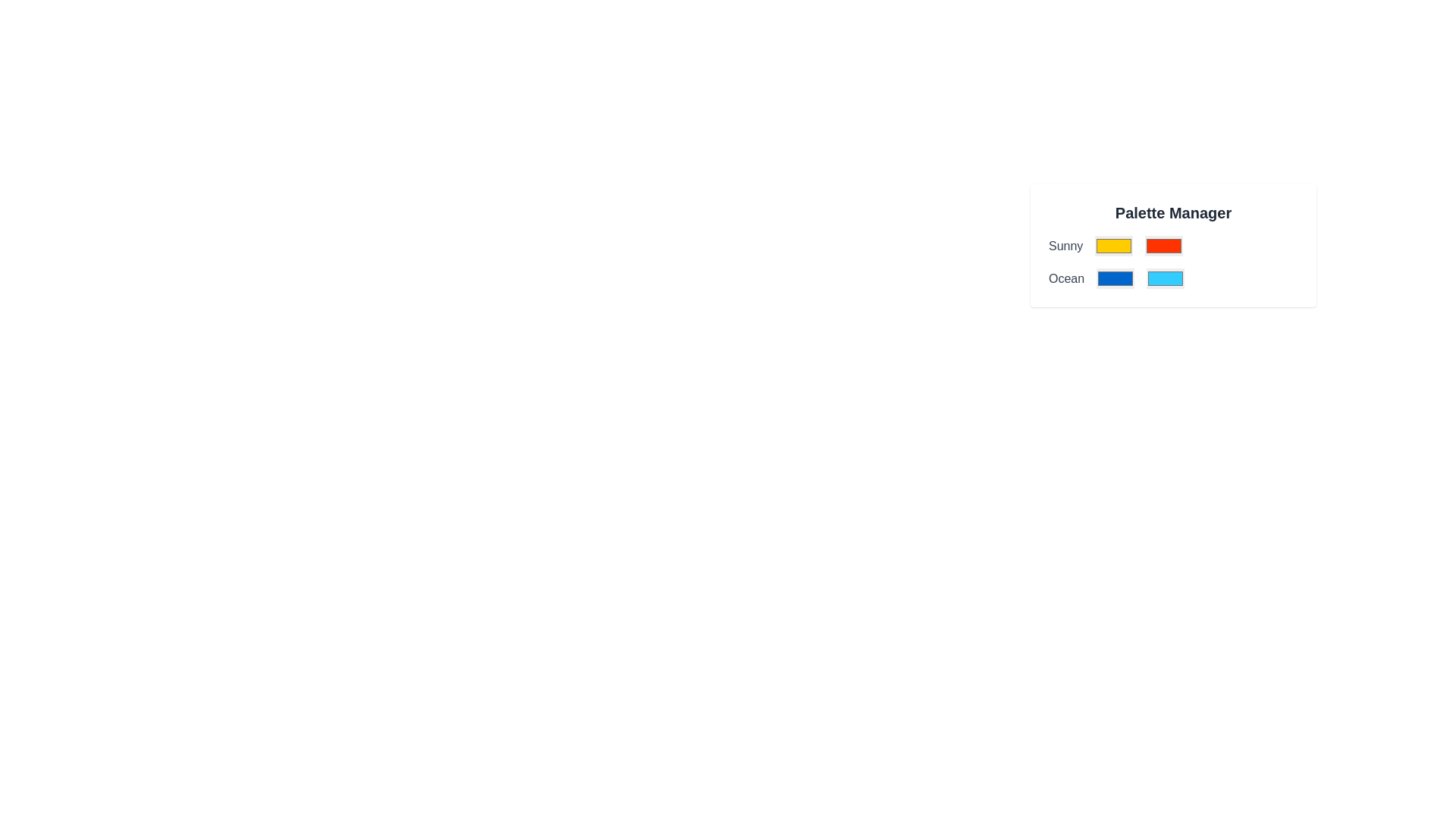 The image size is (1456, 819). What do you see at coordinates (1165, 278) in the screenshot?
I see `the second color box labeled 'Ocean'` at bounding box center [1165, 278].